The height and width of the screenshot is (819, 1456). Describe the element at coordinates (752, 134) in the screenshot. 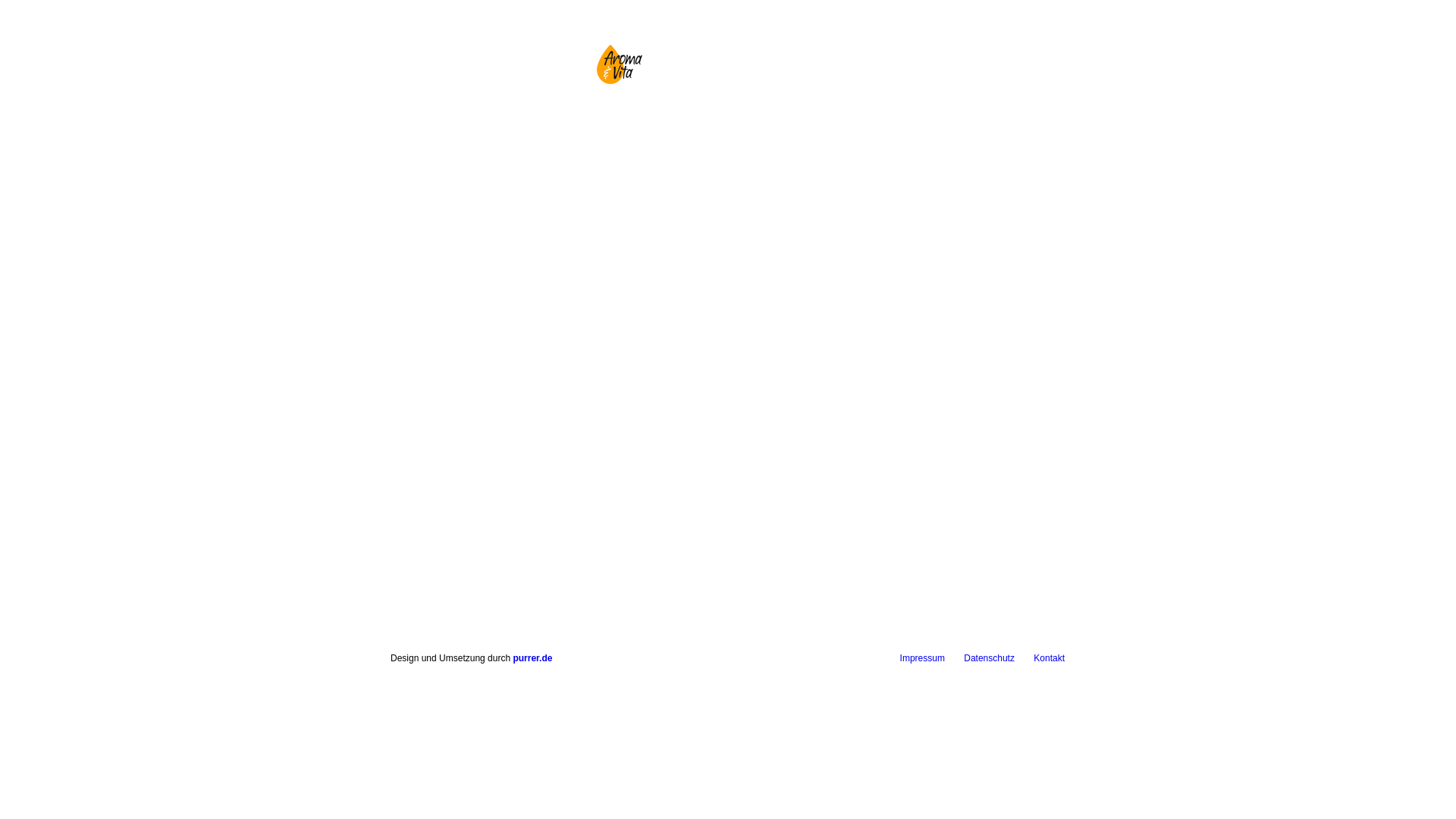

I see `'Leistungen'` at that location.